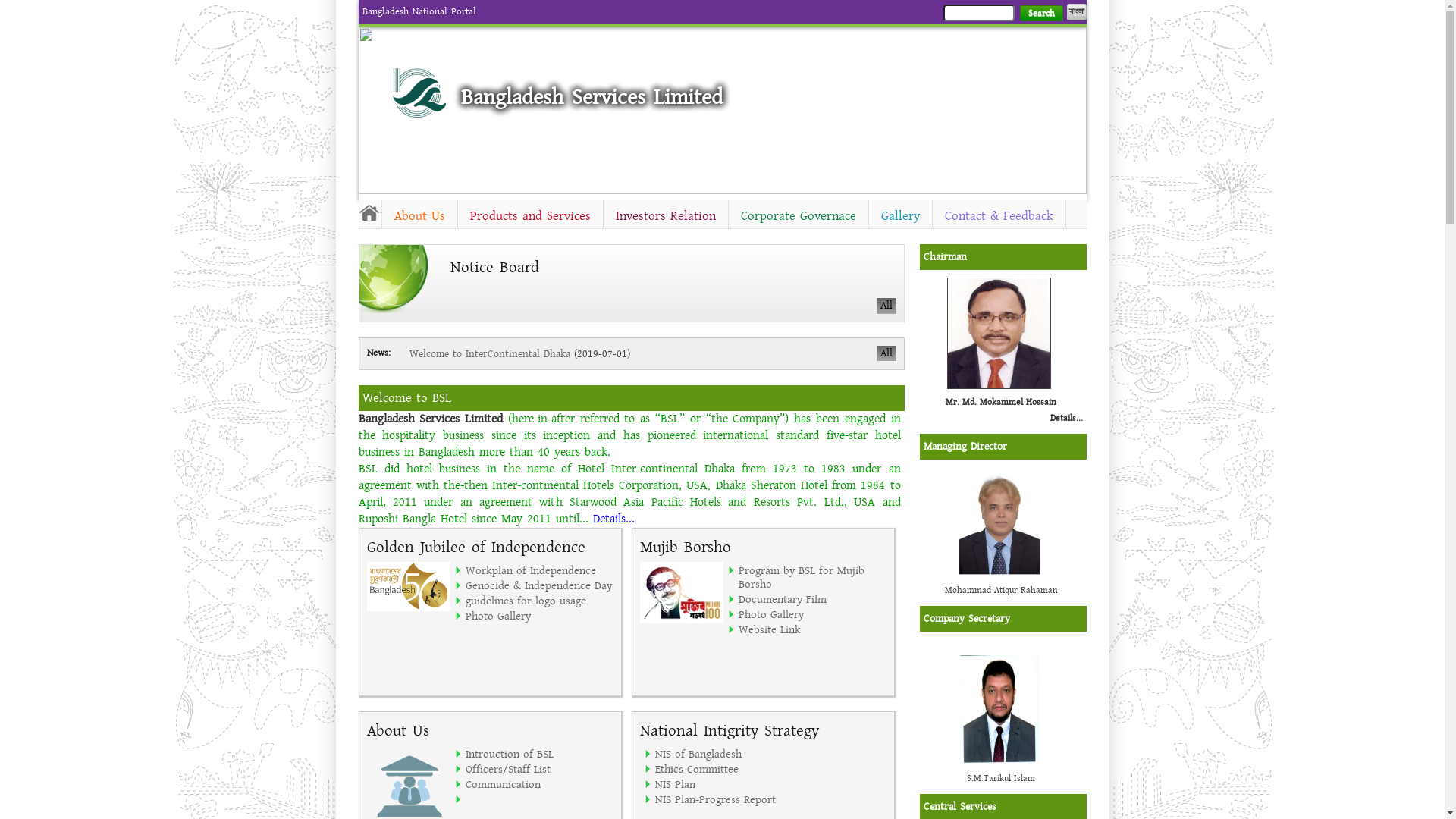 The width and height of the screenshot is (1456, 819). Describe the element at coordinates (613, 517) in the screenshot. I see `'Details...'` at that location.